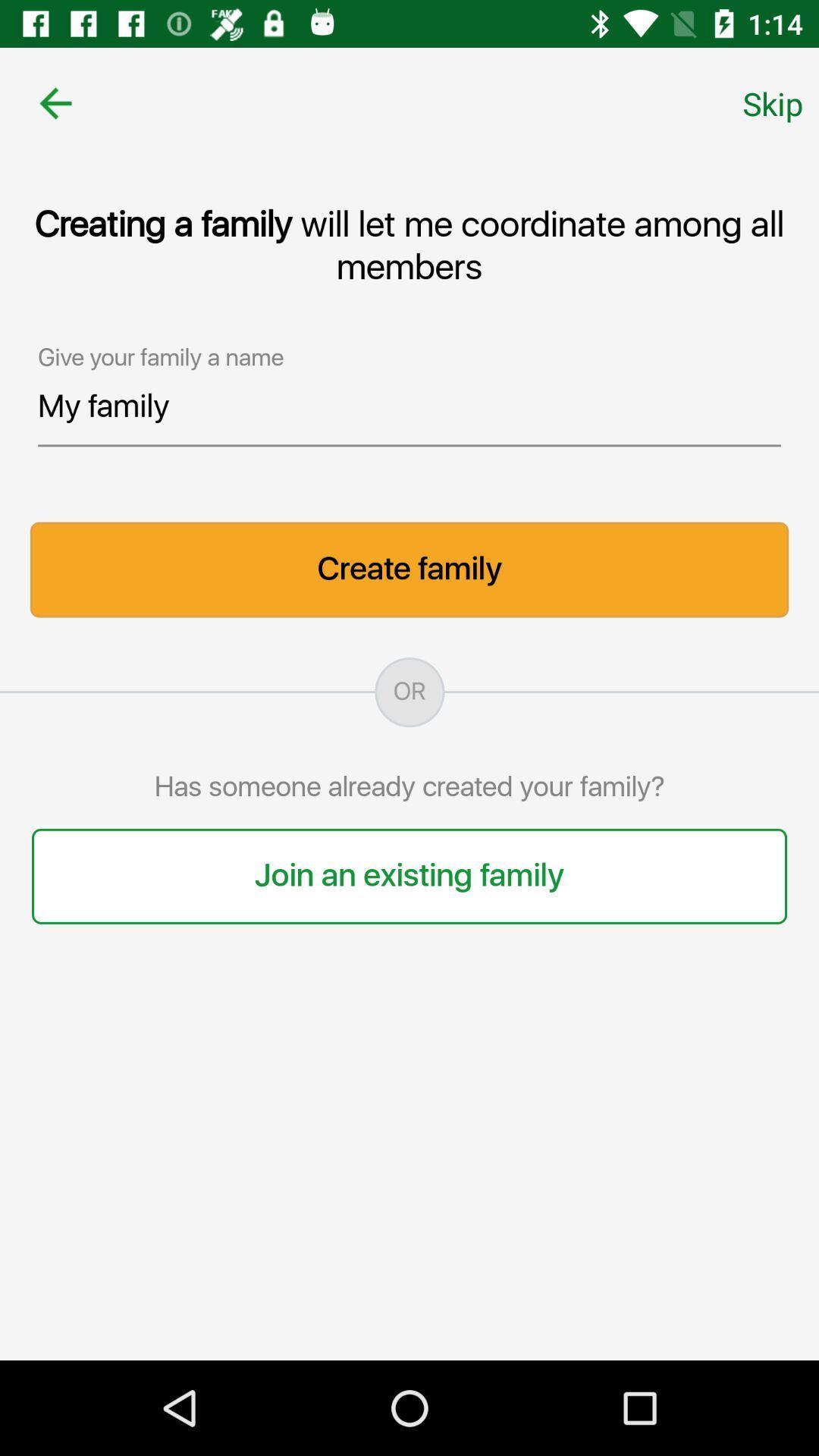  I want to click on item below the my family, so click(409, 569).